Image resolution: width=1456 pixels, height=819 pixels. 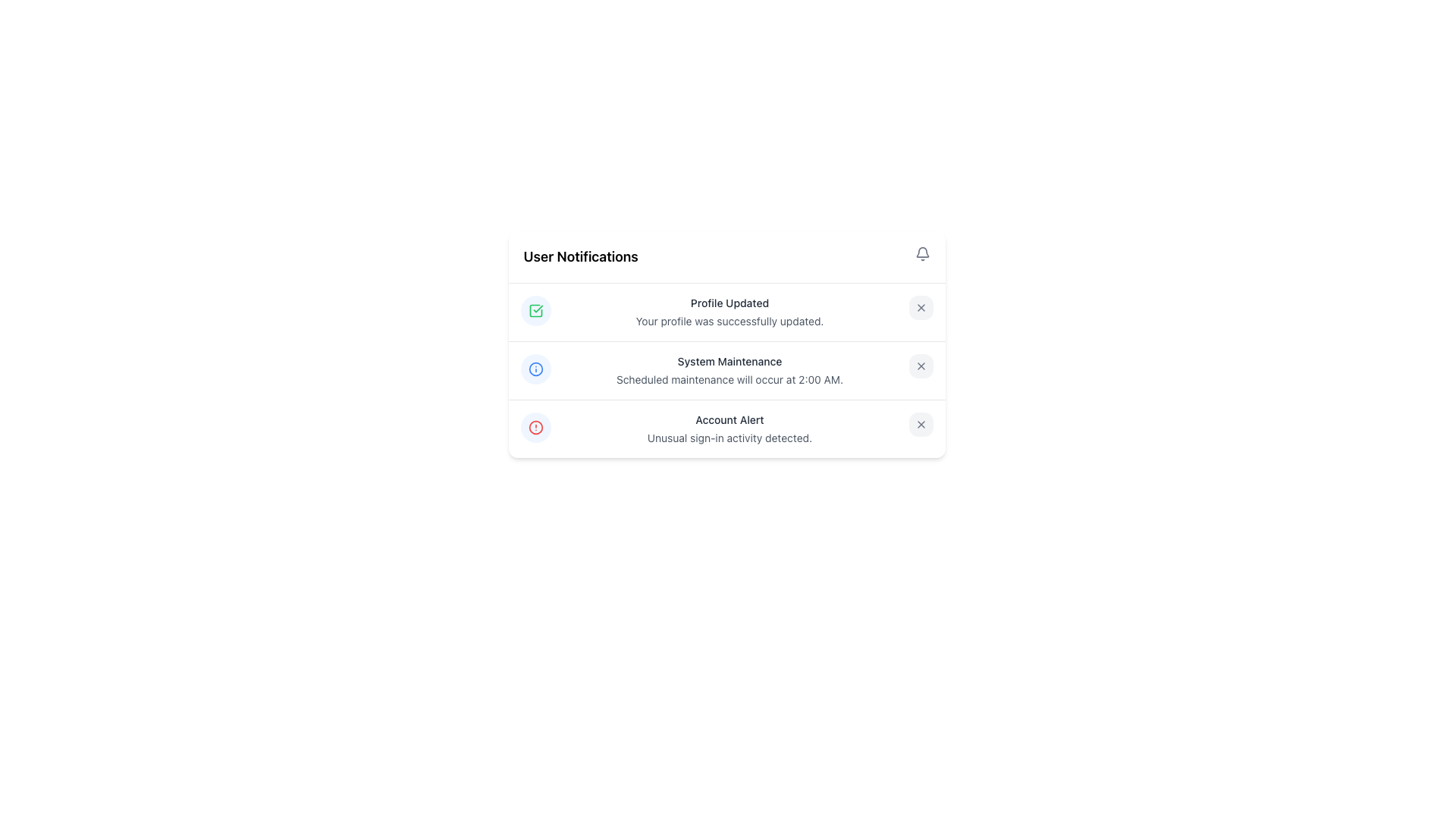 I want to click on the Circle element that serves as a visual indicator for the 'Account Alert' notification, which is located centrally within the third notification item in the User Notifications section, so click(x=535, y=427).